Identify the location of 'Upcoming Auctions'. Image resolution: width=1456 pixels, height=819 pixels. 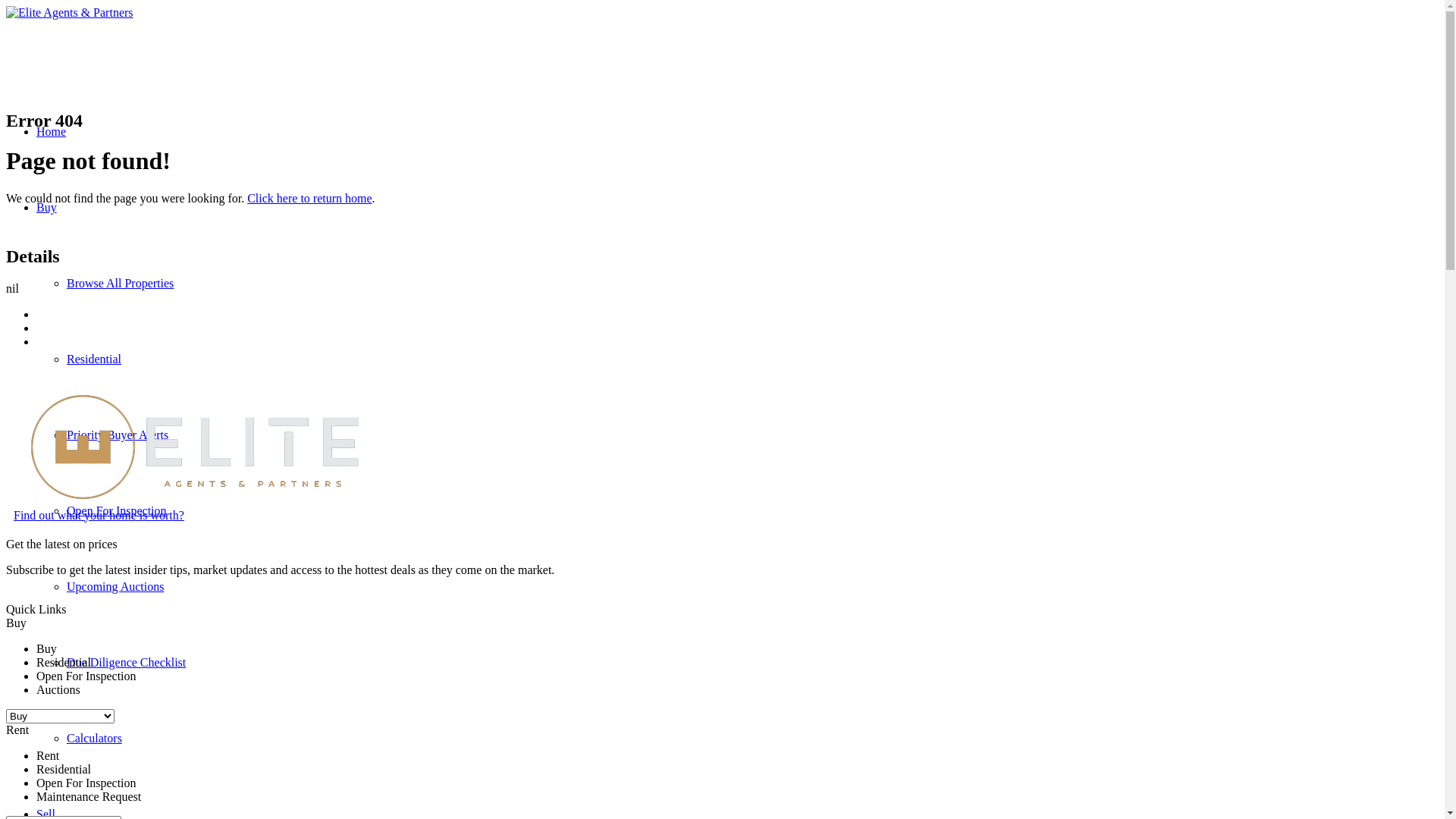
(115, 585).